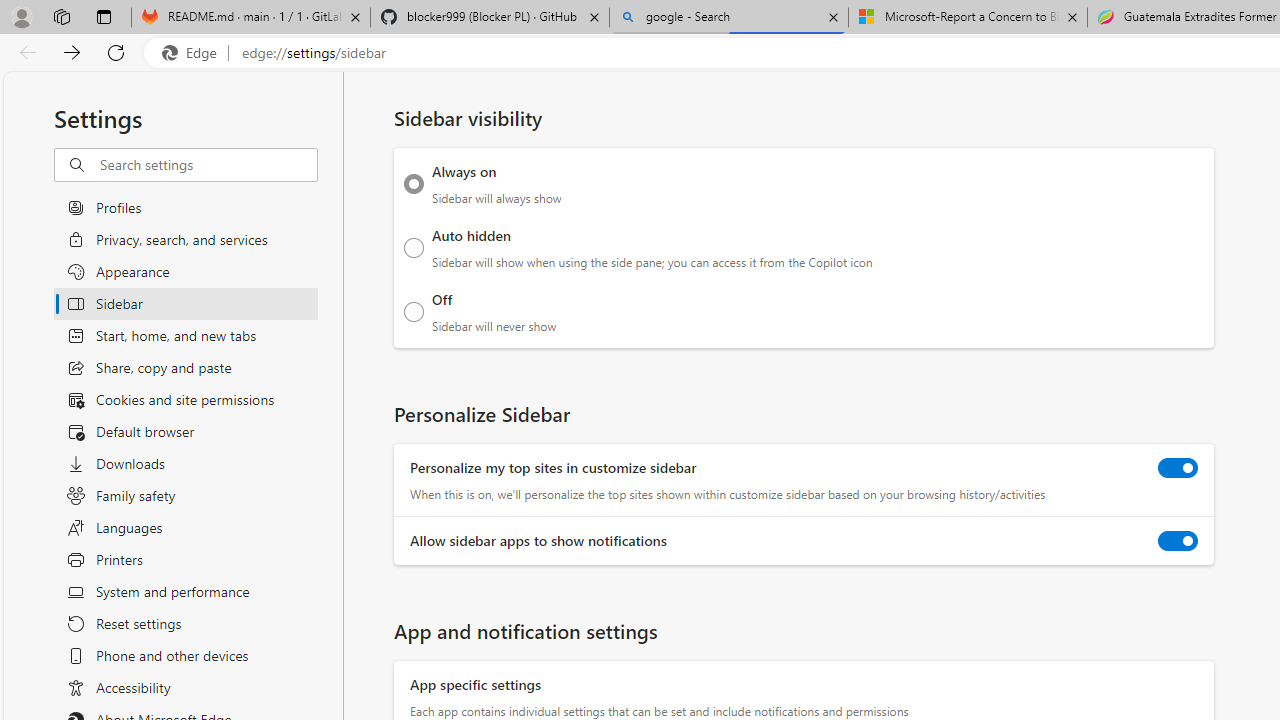 The width and height of the screenshot is (1280, 720). I want to click on 'Search settings', so click(208, 164).